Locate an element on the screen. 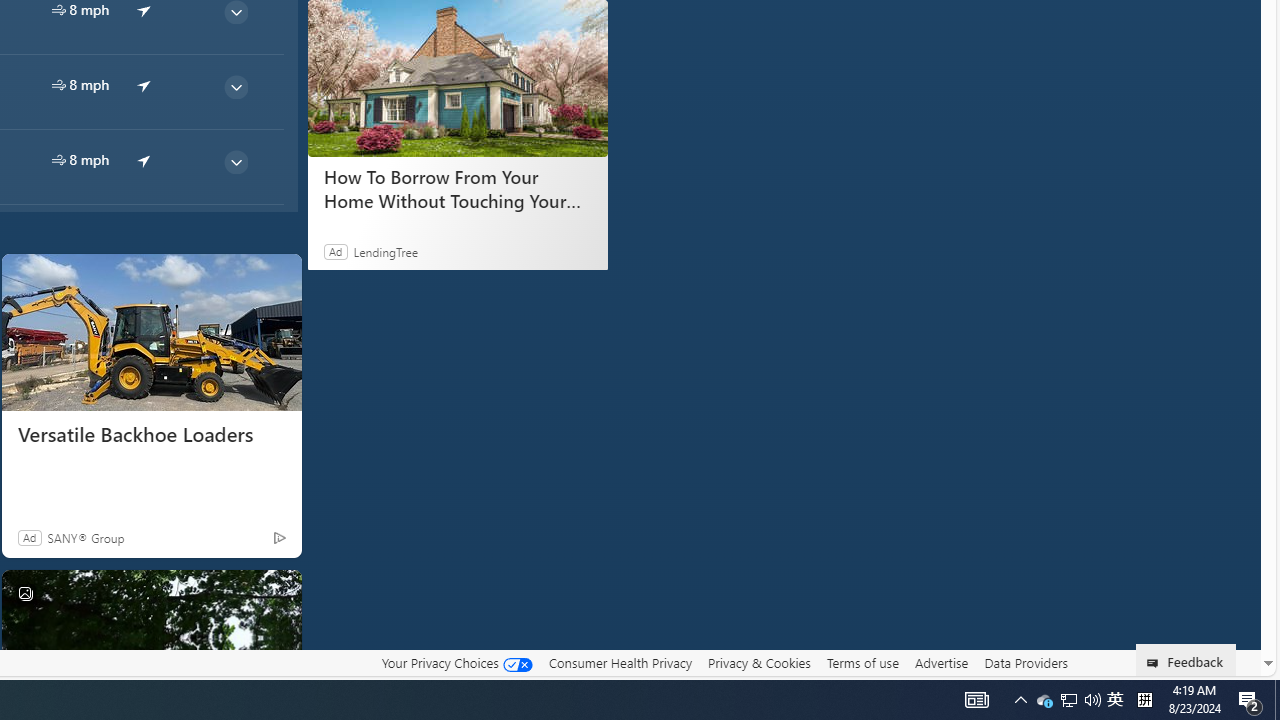 The image size is (1280, 720). 'Ad Choice' is located at coordinates (278, 536).